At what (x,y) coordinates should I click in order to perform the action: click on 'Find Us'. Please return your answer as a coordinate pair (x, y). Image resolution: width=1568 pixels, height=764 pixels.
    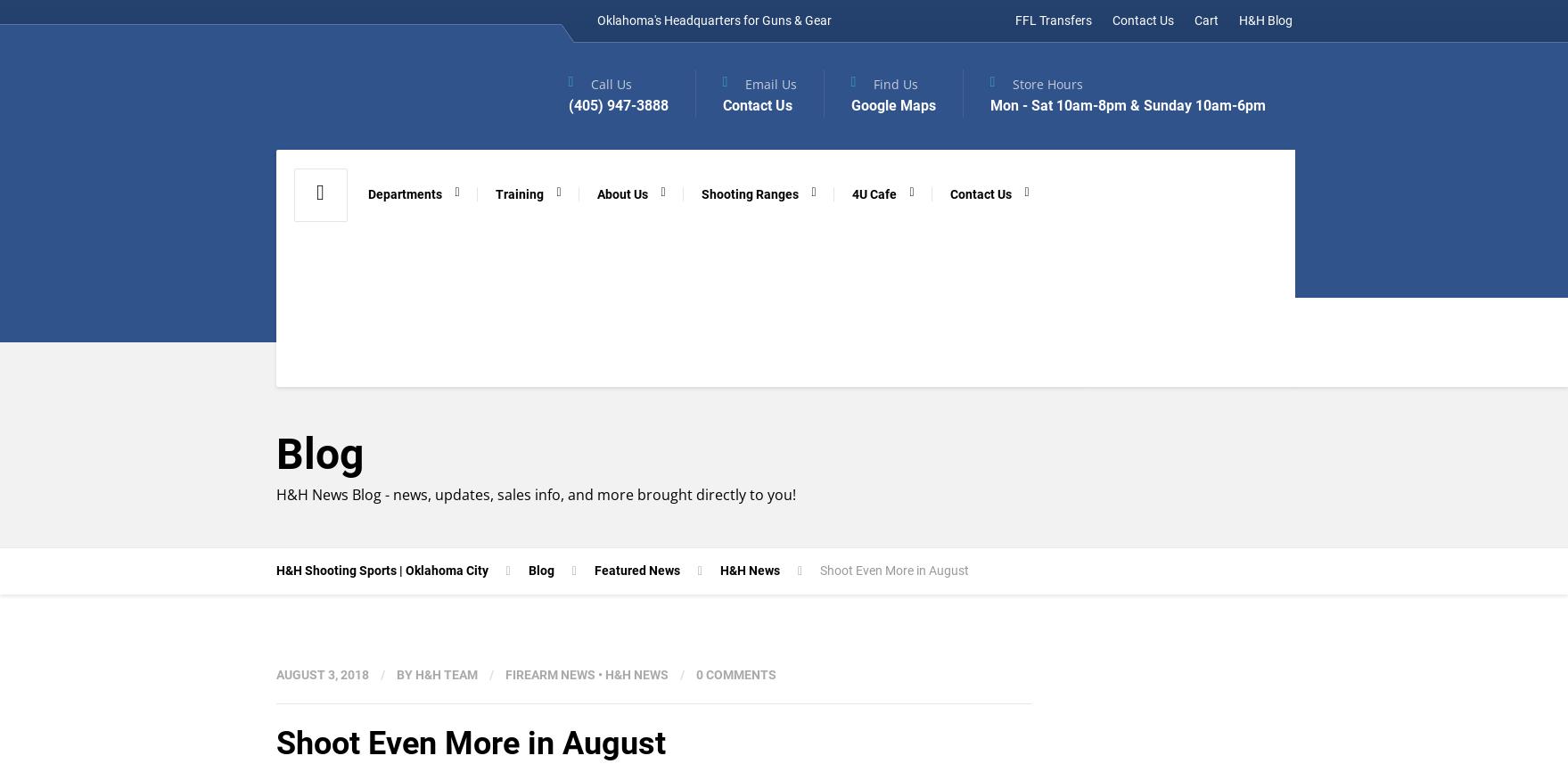
    Looking at the image, I should click on (894, 83).